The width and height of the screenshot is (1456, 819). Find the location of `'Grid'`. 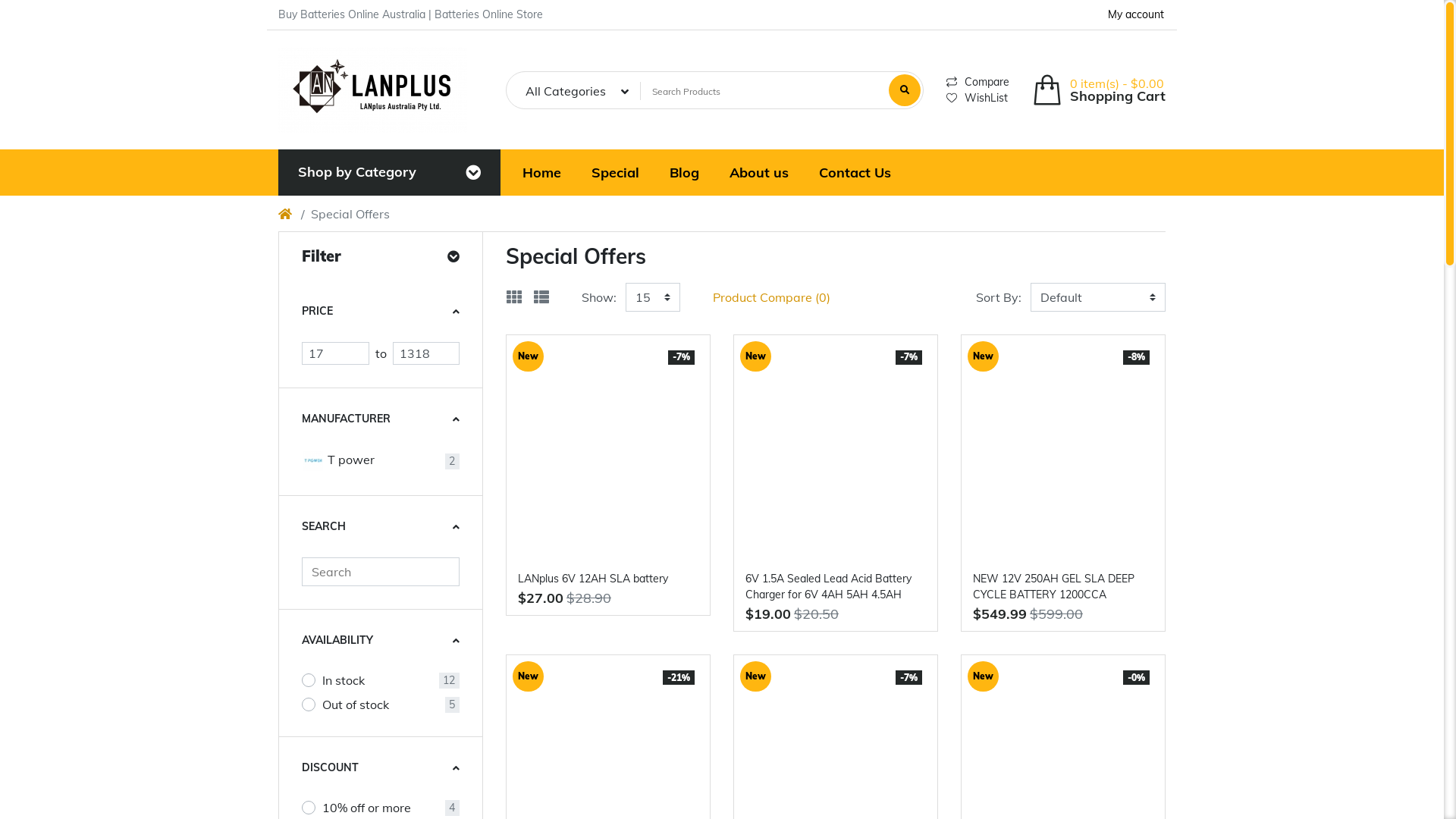

'Grid' is located at coordinates (513, 297).